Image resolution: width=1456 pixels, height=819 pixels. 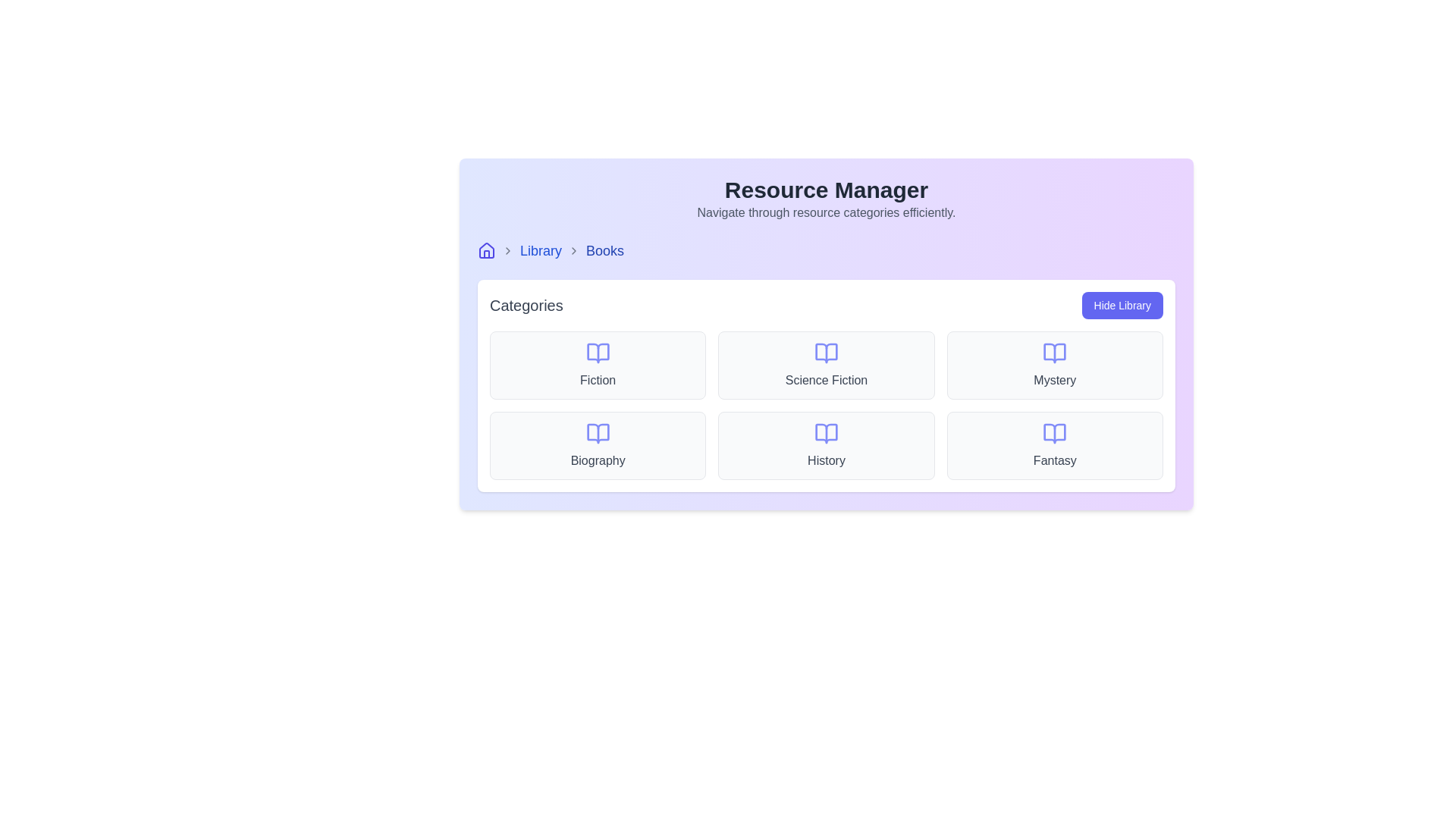 What do you see at coordinates (1054, 433) in the screenshot?
I see `the open book icon in a minimalist outline style, which is light indigo and centrally aligned within the 'Fantasy' category block above the label text 'Fantasy.'` at bounding box center [1054, 433].